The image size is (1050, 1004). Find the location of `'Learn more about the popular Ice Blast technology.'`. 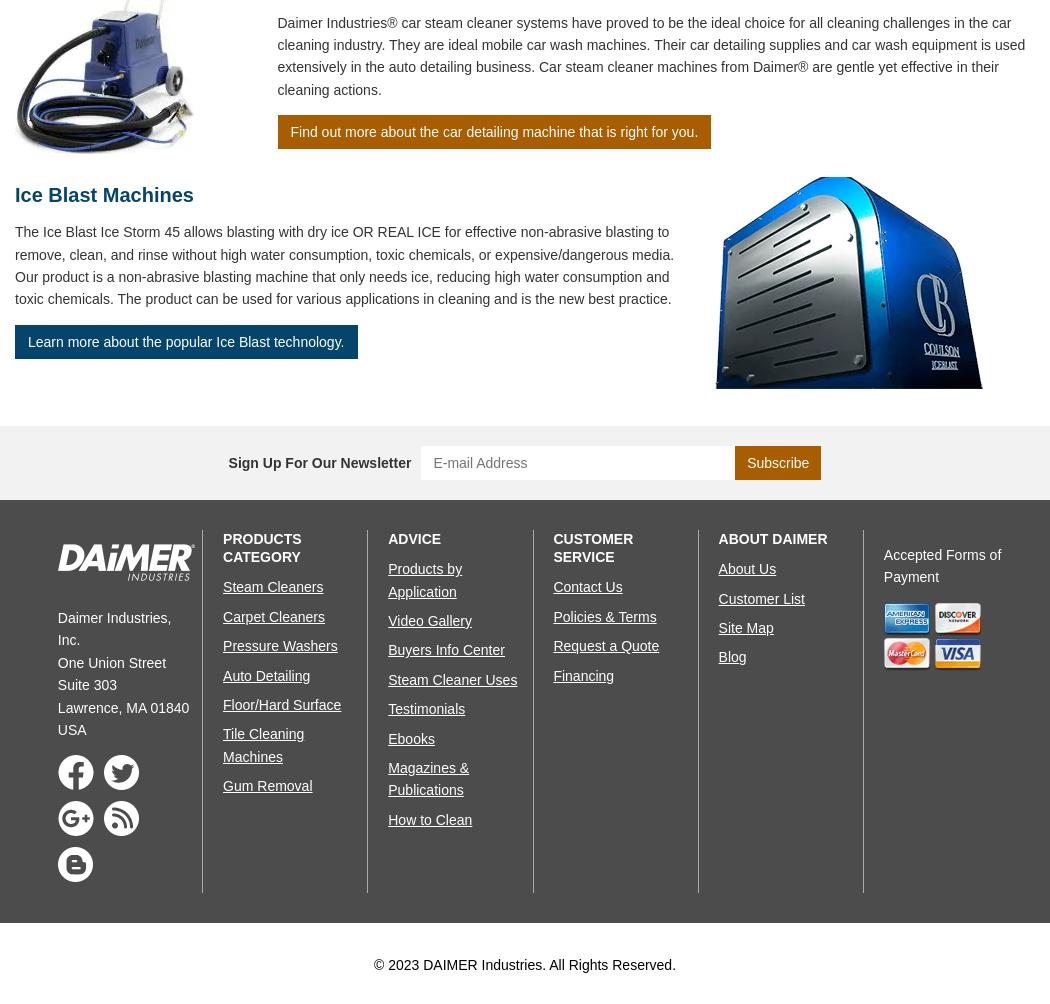

'Learn more about the popular Ice Blast technology.' is located at coordinates (28, 340).